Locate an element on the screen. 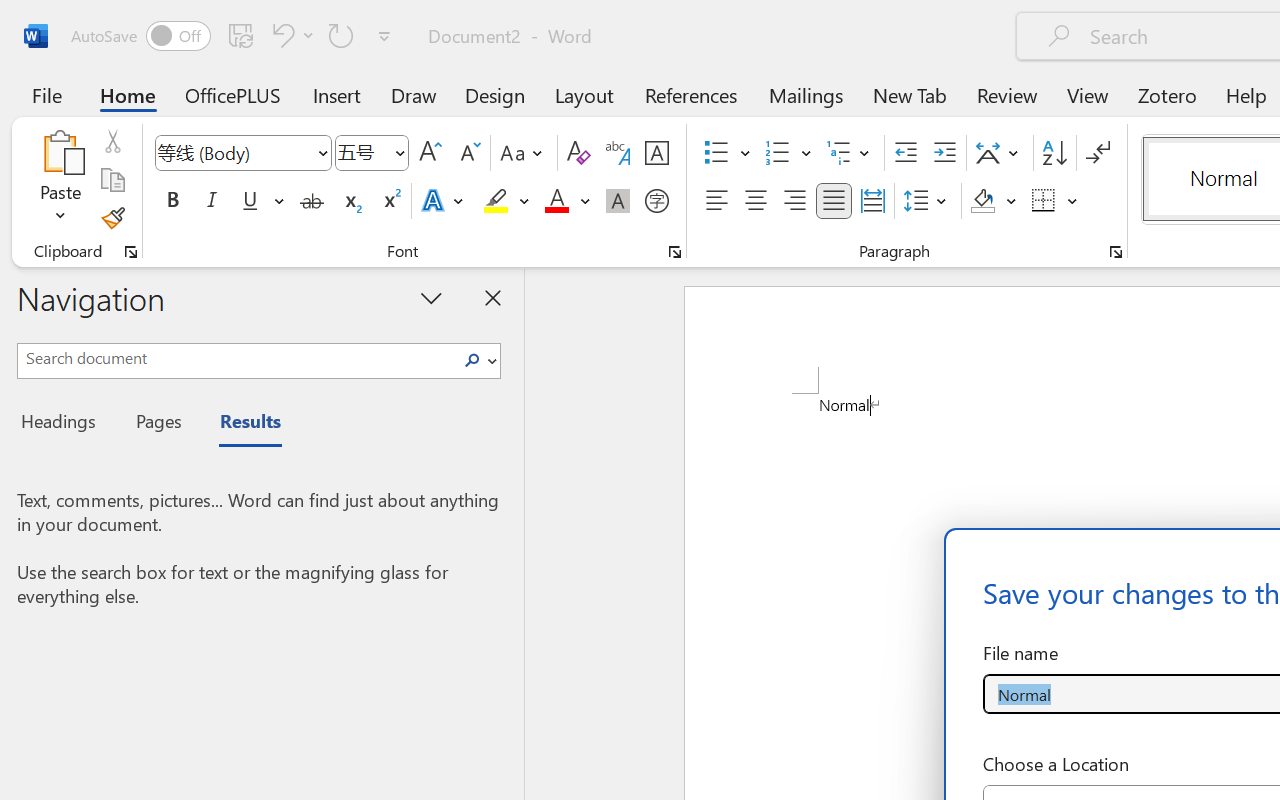 Image resolution: width=1280 pixels, height=800 pixels. 'Customize Quick Access Toolbar' is located at coordinates (384, 35).